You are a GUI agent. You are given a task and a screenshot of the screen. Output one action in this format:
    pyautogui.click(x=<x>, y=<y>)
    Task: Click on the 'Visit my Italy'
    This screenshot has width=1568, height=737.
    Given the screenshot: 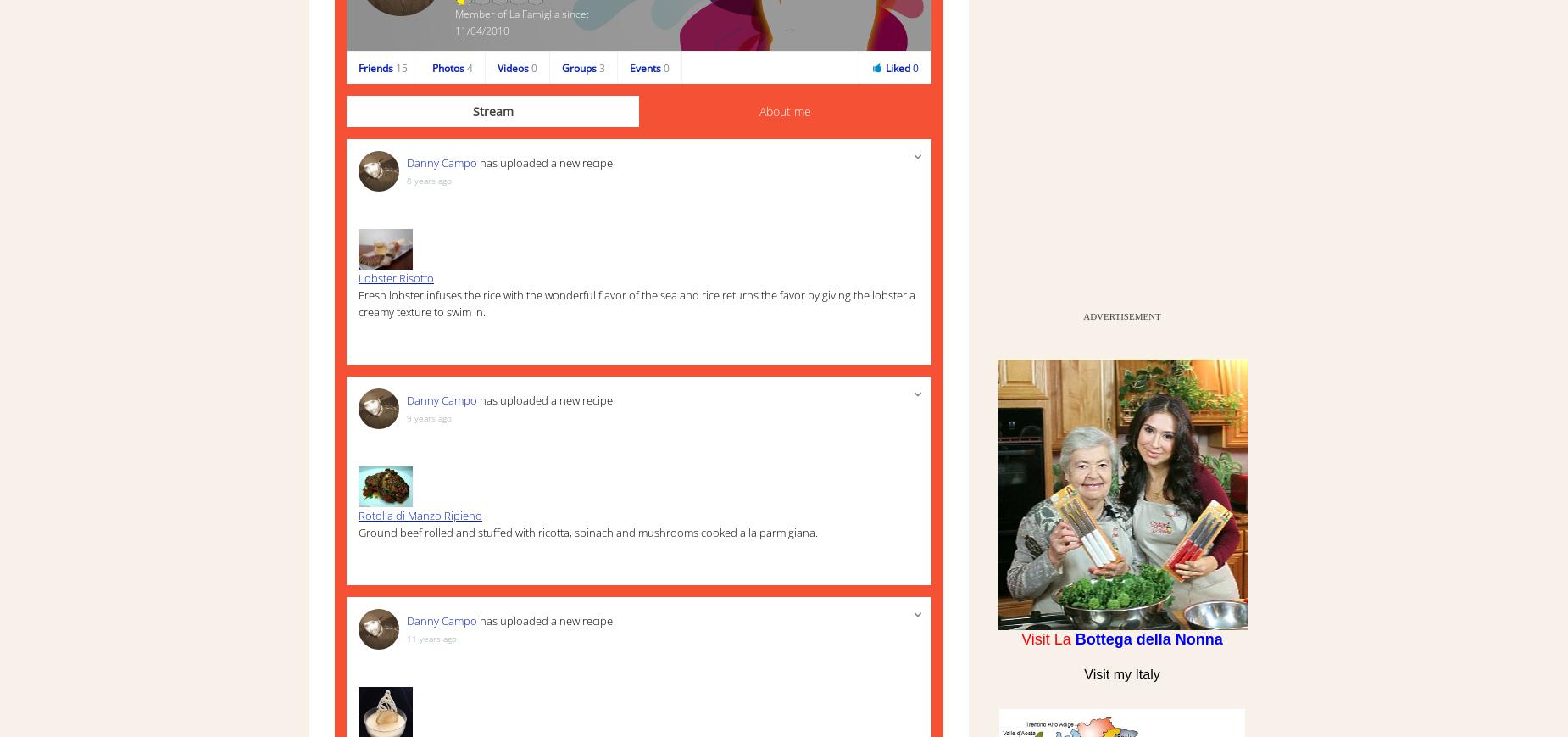 What is the action you would take?
    pyautogui.click(x=1120, y=674)
    